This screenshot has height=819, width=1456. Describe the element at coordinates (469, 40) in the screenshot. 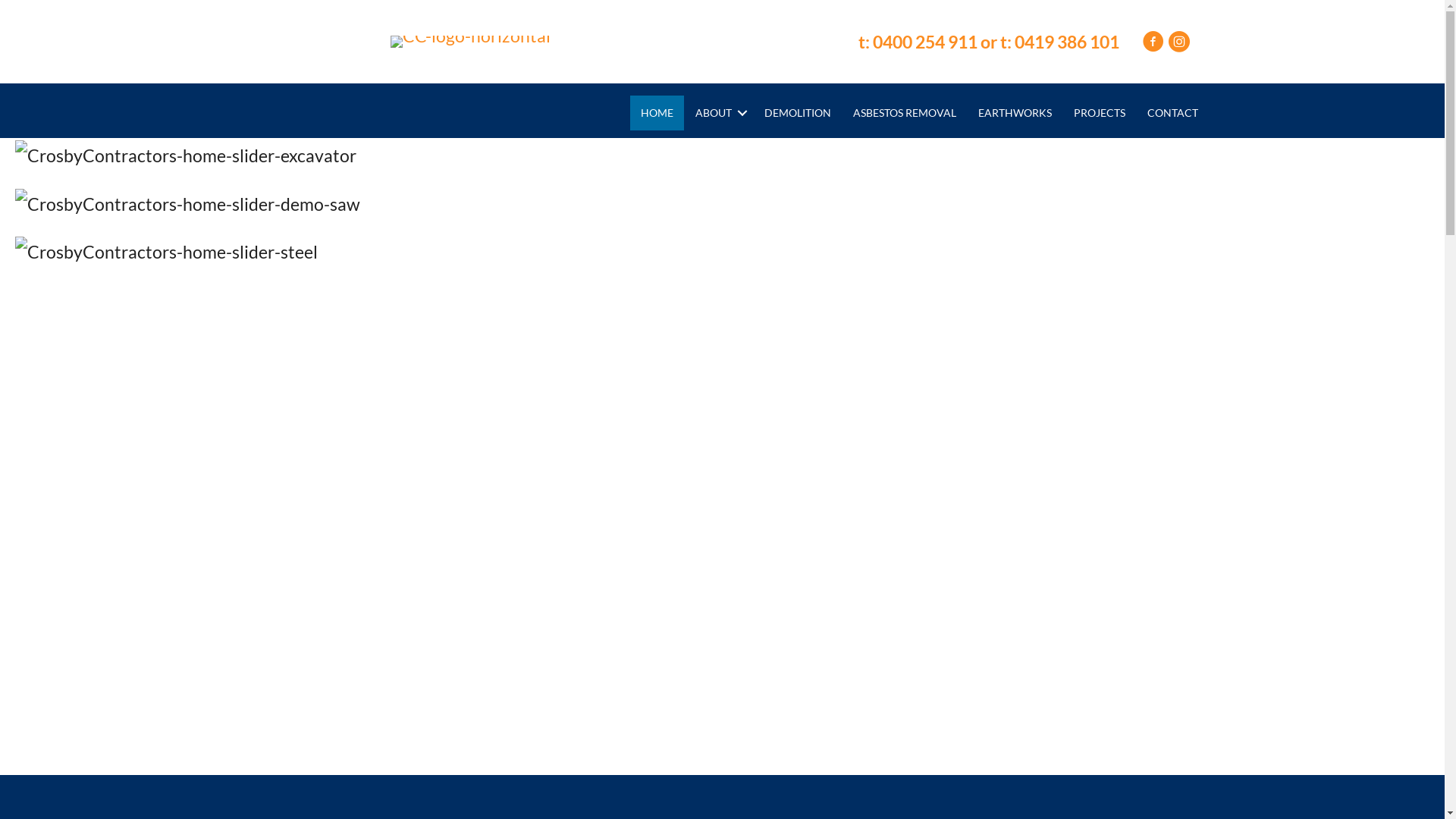

I see `'CC-logo-horizontal'` at that location.